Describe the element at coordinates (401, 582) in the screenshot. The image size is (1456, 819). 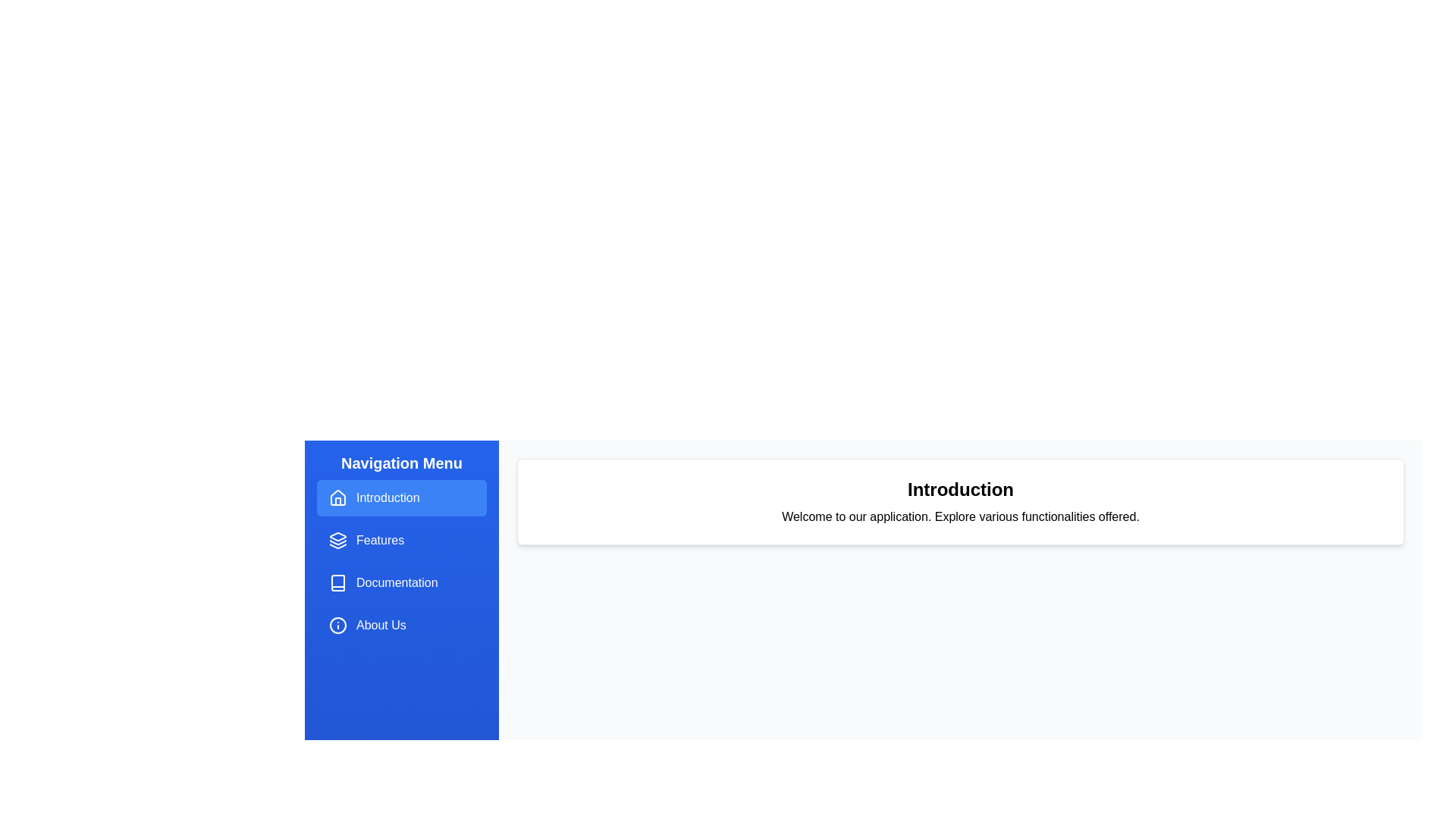
I see `the 'Documentation' button-like navigation list item located in the vertical navigation menu` at that location.